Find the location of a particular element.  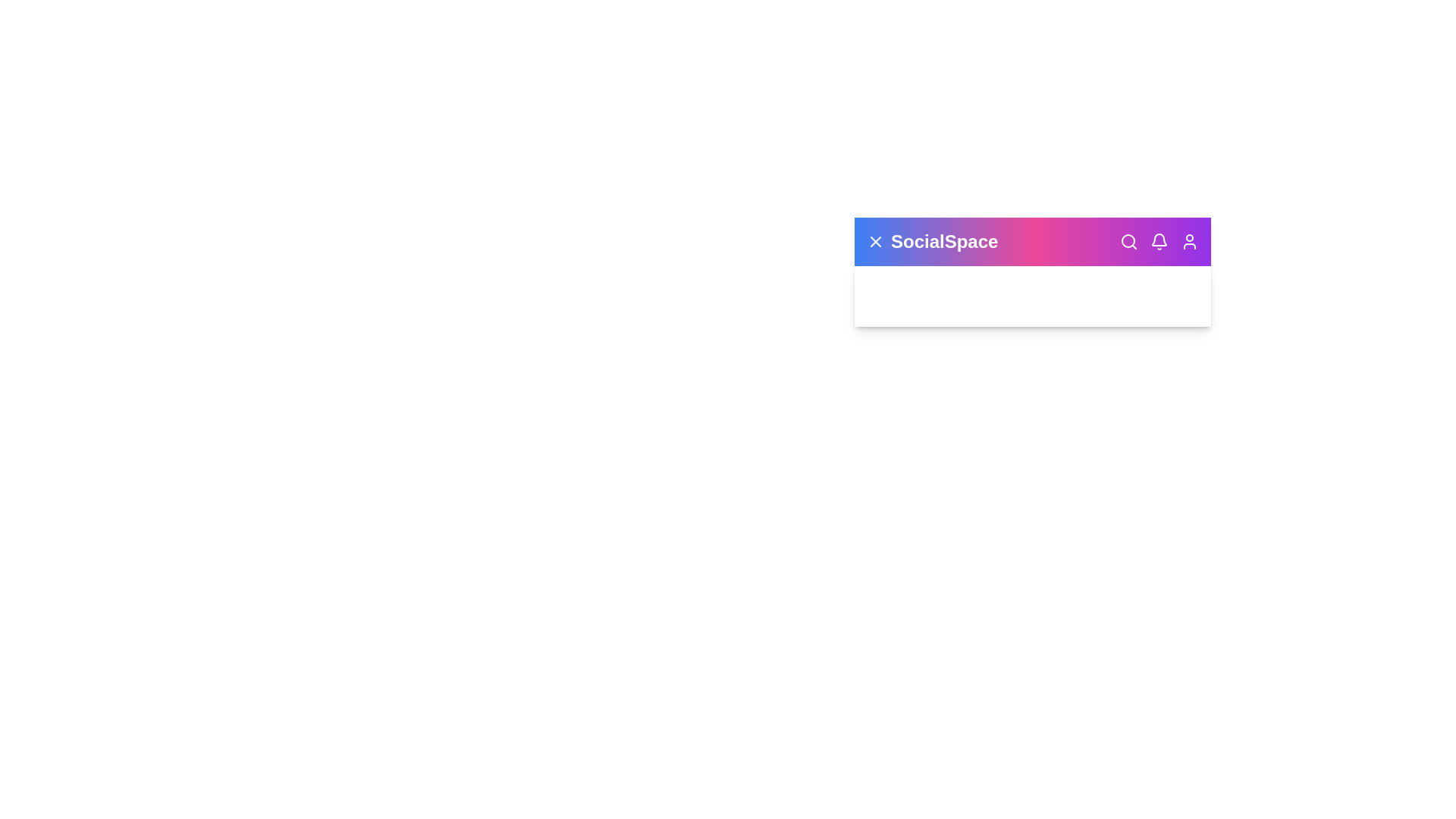

the button with the 'X' icon to toggle the menu visibility is located at coordinates (876, 241).